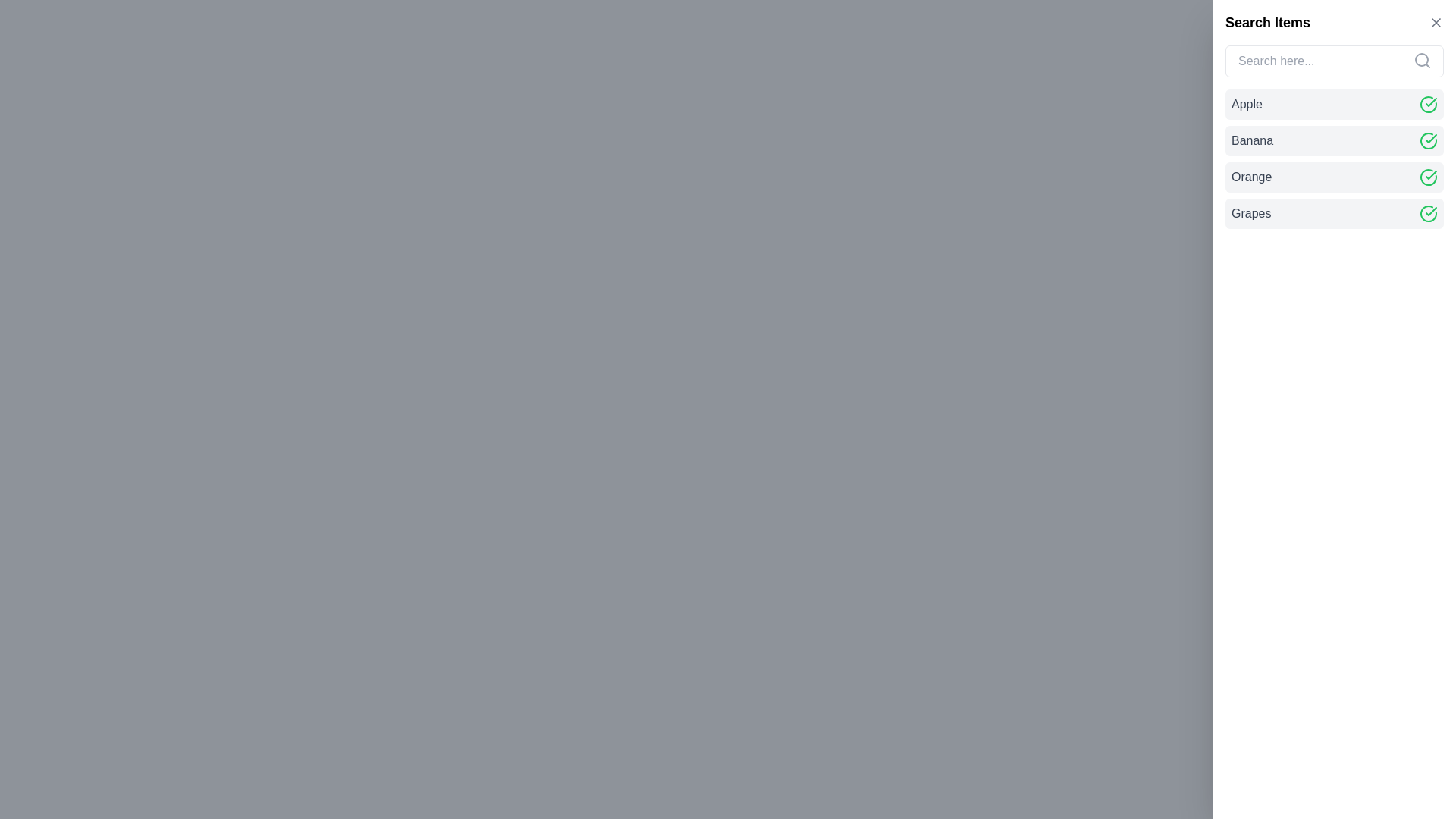 This screenshot has width=1456, height=819. Describe the element at coordinates (1247, 104) in the screenshot. I see `label of the text element displaying 'Apple' in gray font, located within the leftmost segment of a list item element` at that location.